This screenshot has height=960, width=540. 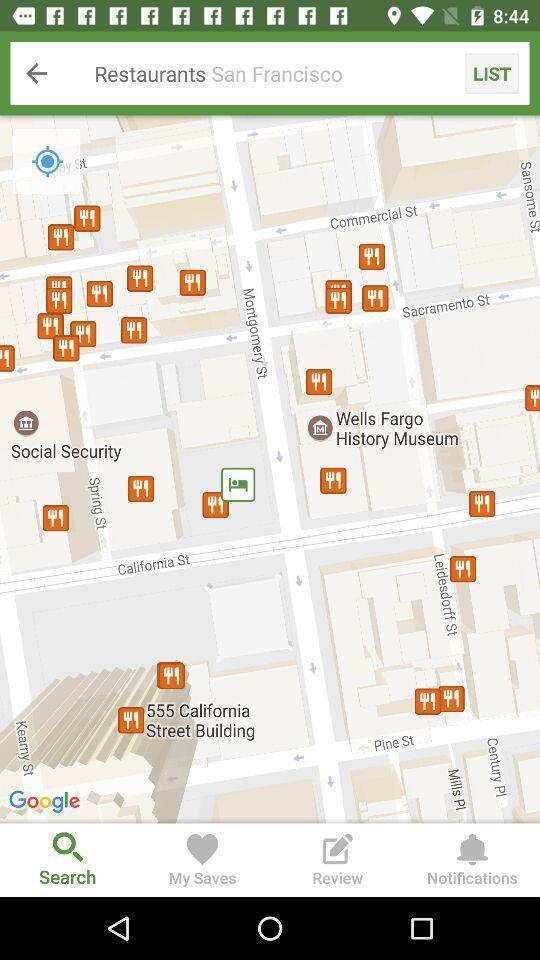 I want to click on the location_crosshair icon, so click(x=47, y=160).